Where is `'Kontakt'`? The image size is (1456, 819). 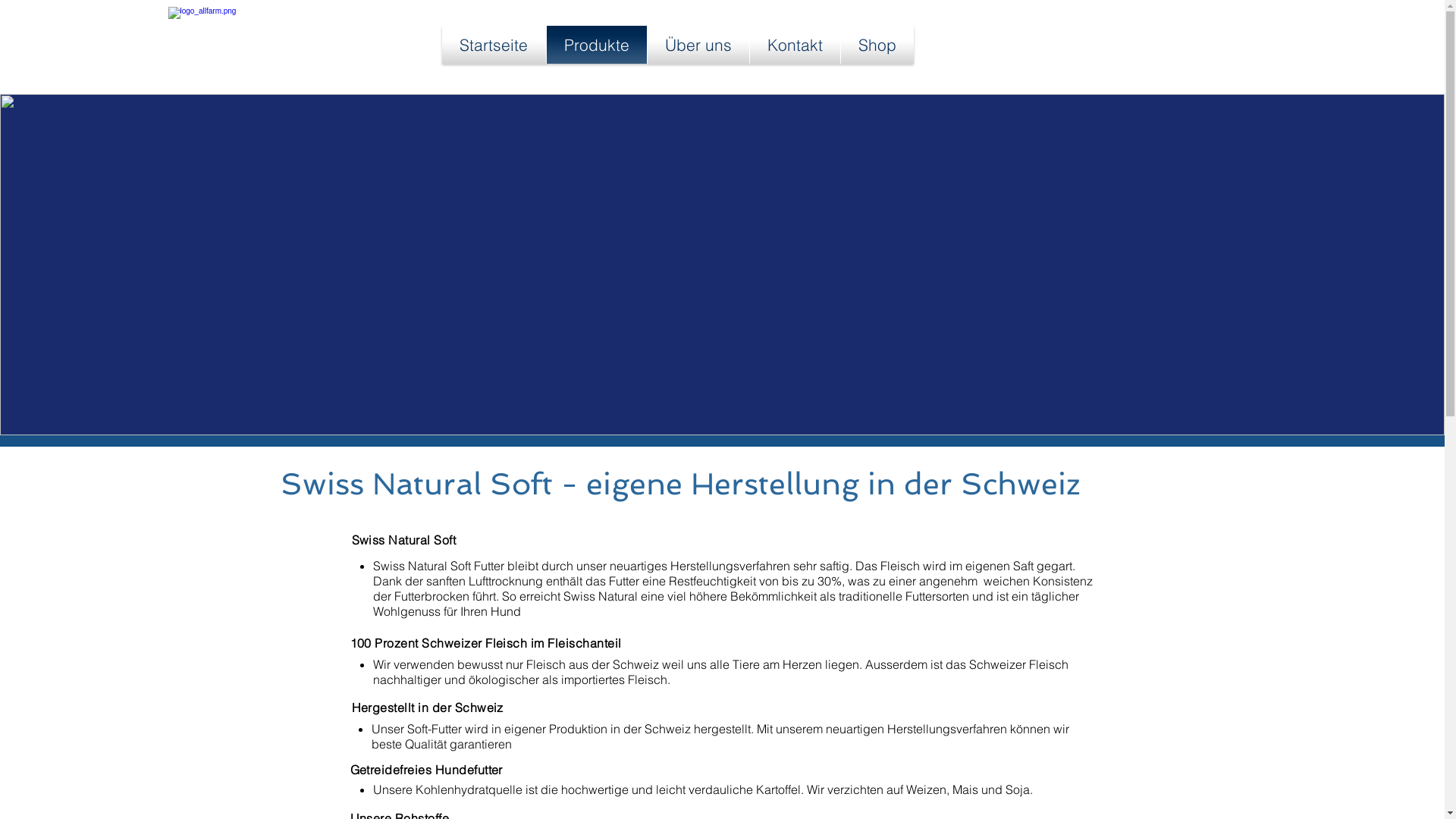 'Kontakt' is located at coordinates (749, 43).